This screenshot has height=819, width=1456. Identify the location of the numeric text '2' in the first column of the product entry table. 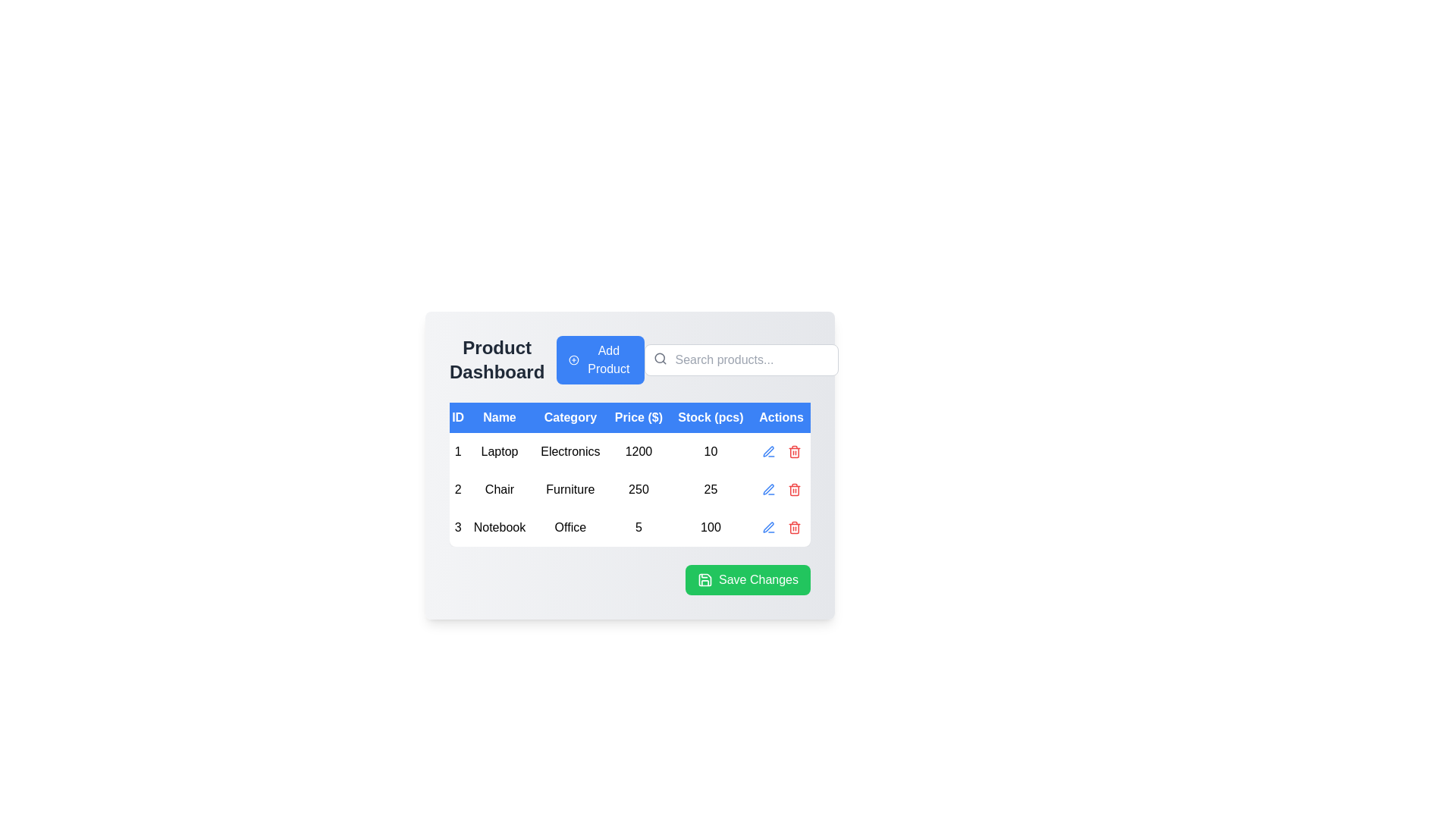
(457, 489).